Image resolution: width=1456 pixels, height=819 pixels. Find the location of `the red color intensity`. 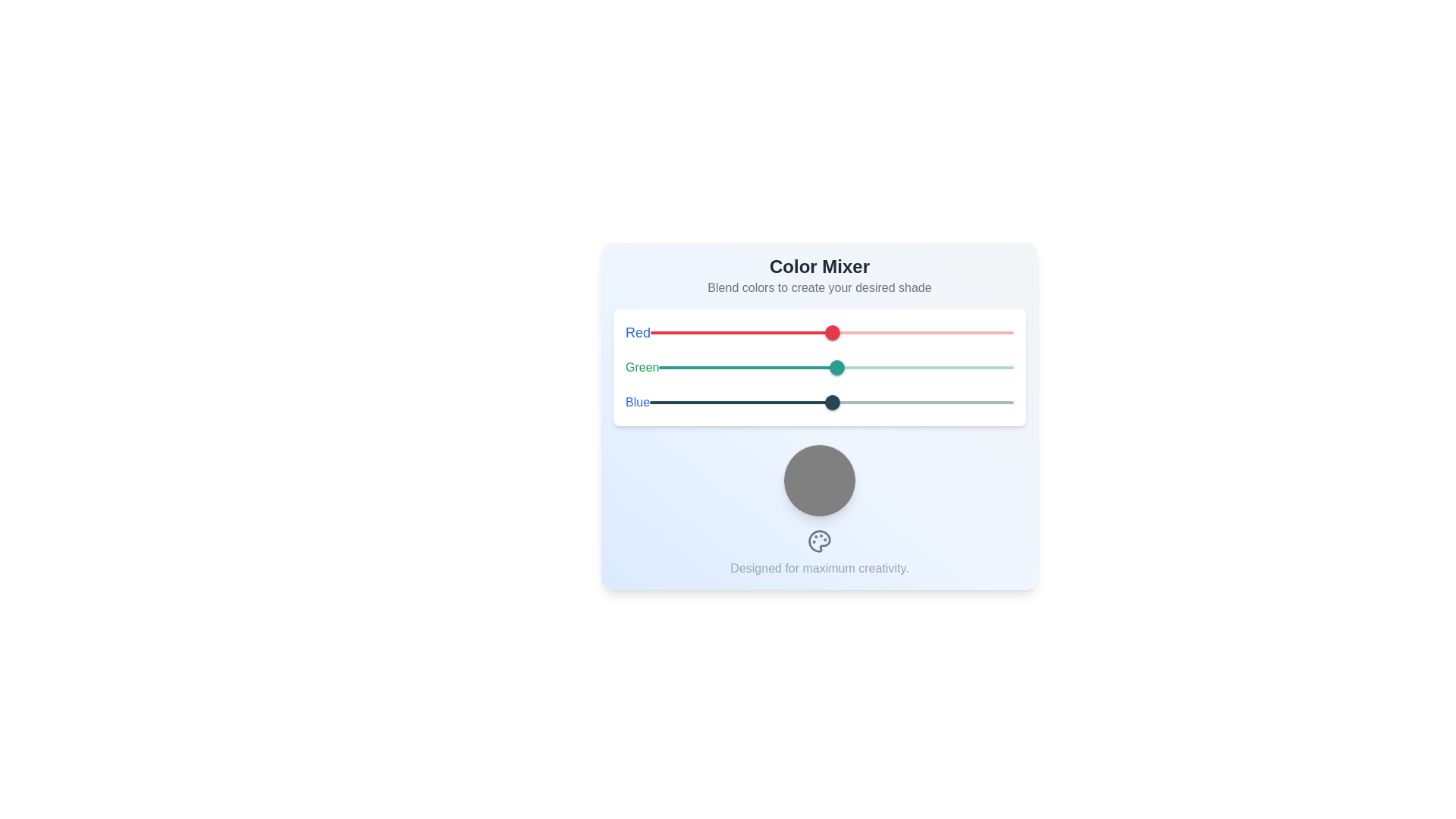

the red color intensity is located at coordinates (877, 332).